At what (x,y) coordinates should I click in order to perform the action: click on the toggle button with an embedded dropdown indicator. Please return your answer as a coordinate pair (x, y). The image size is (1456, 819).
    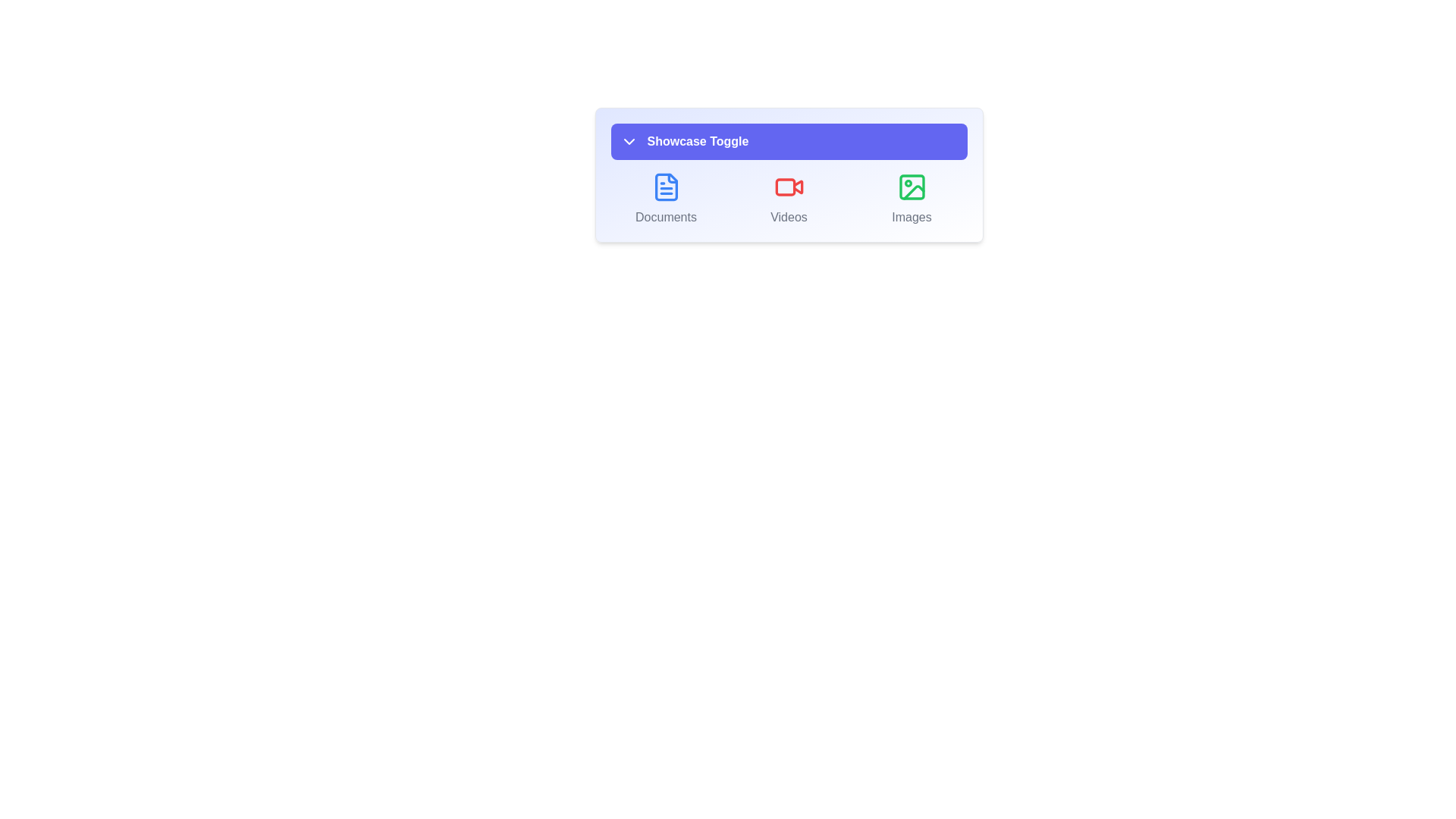
    Looking at the image, I should click on (789, 141).